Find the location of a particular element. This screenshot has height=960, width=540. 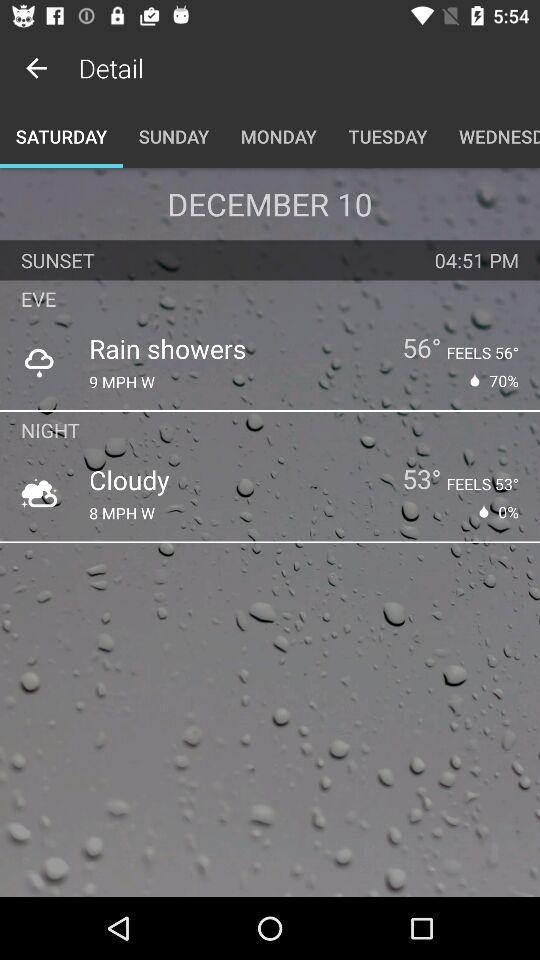

the item to the left of the detail app is located at coordinates (36, 68).